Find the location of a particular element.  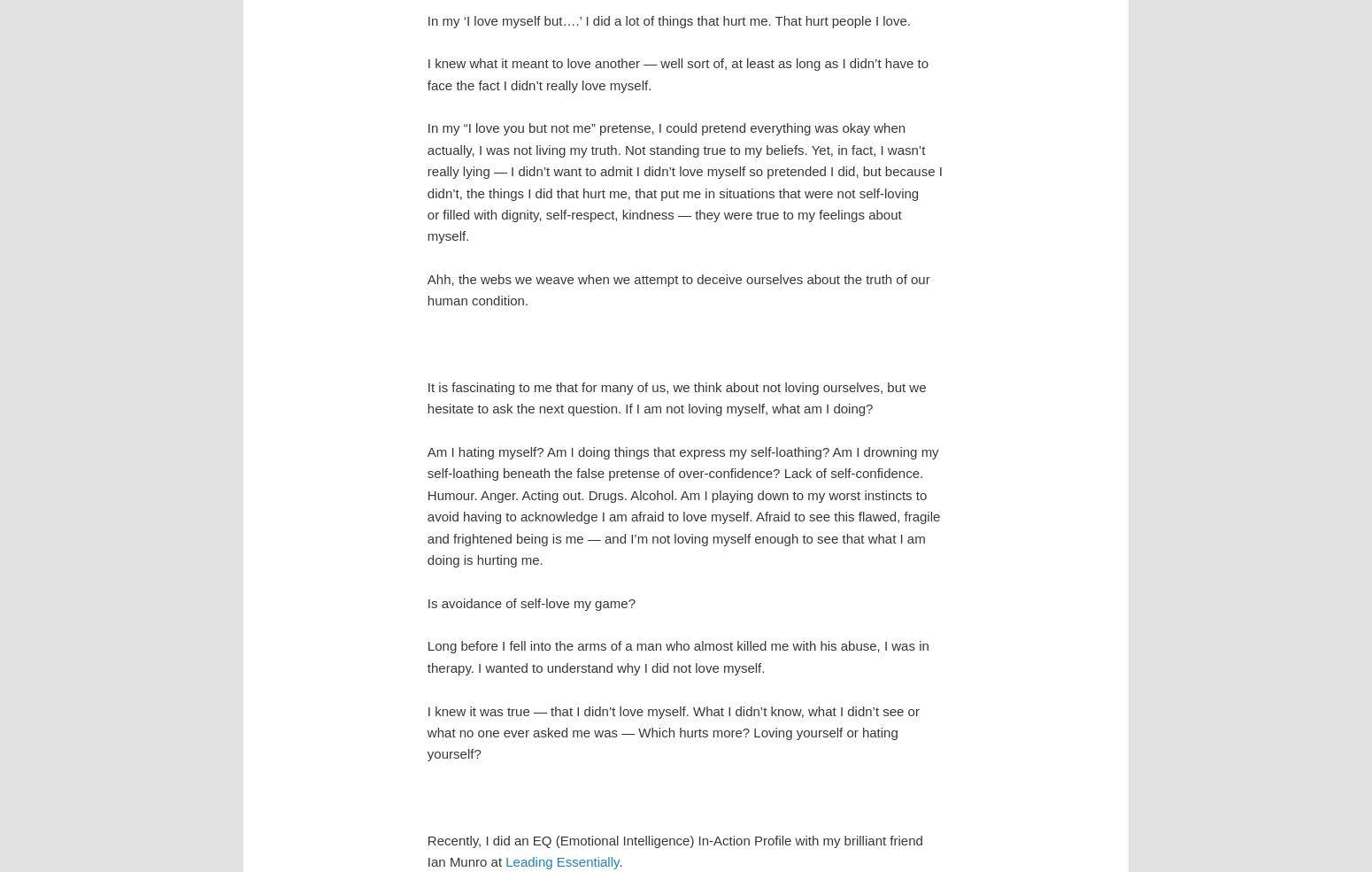

'It is fascinating to me that for many of us, we think about not loving ourselves, but we hesitate to ask the next question. If I am not loving myself, what am I doing?' is located at coordinates (675, 396).